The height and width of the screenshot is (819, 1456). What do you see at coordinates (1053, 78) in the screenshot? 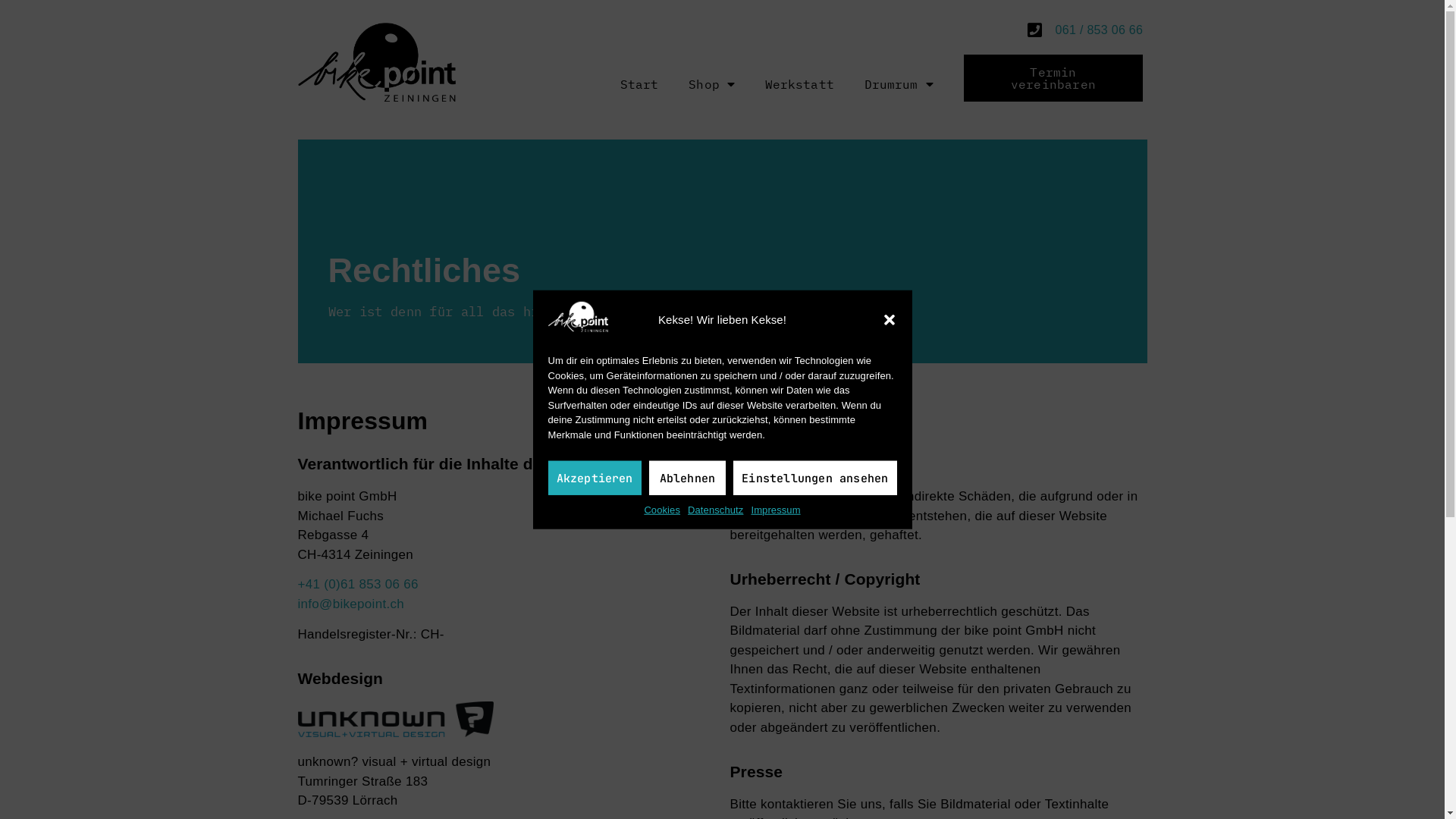
I see `'Termin vereinbaren'` at bounding box center [1053, 78].